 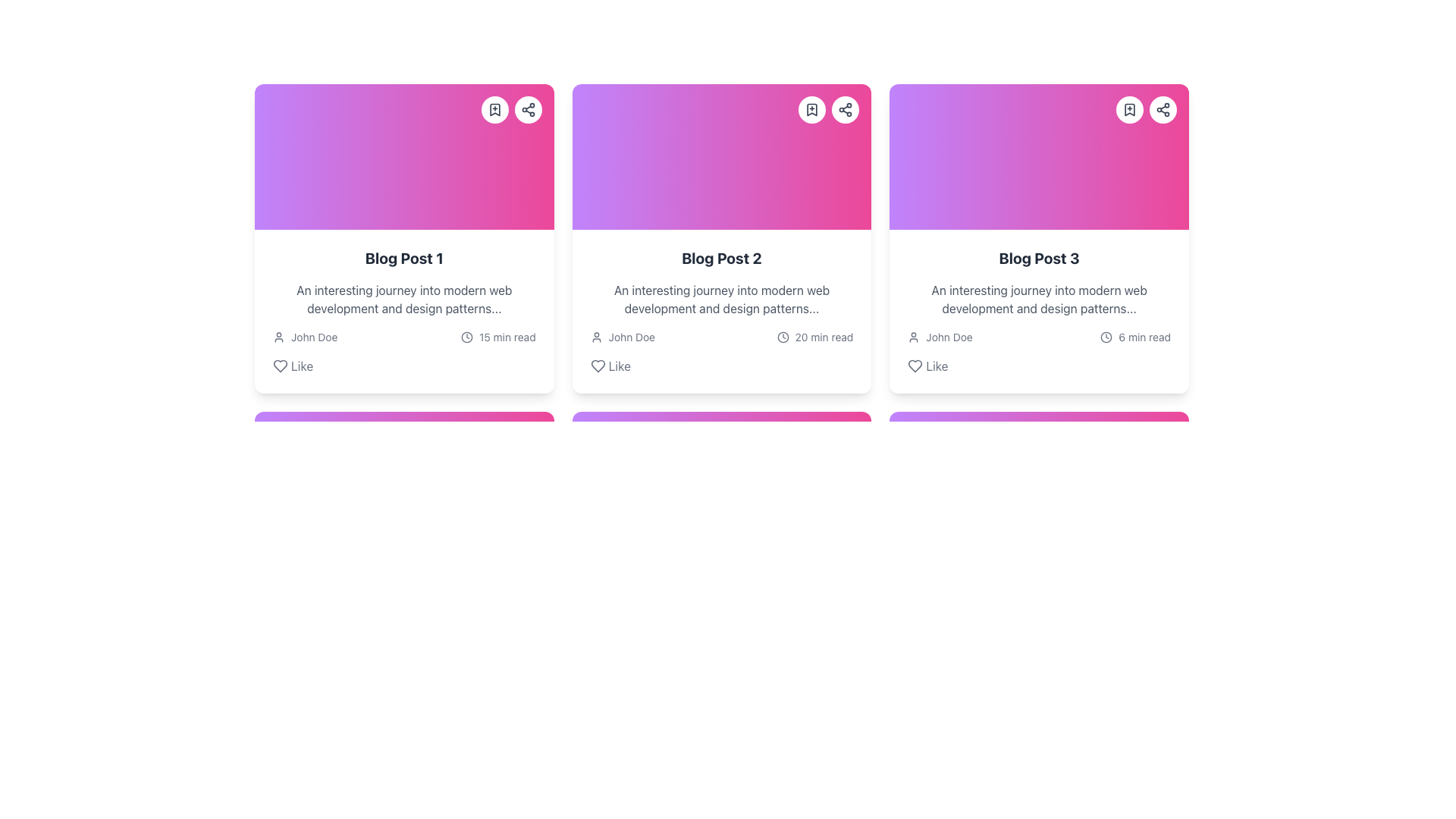 What do you see at coordinates (845, 109) in the screenshot?
I see `the rightmost share icon located in the top-right corner of the second card from the left` at bounding box center [845, 109].